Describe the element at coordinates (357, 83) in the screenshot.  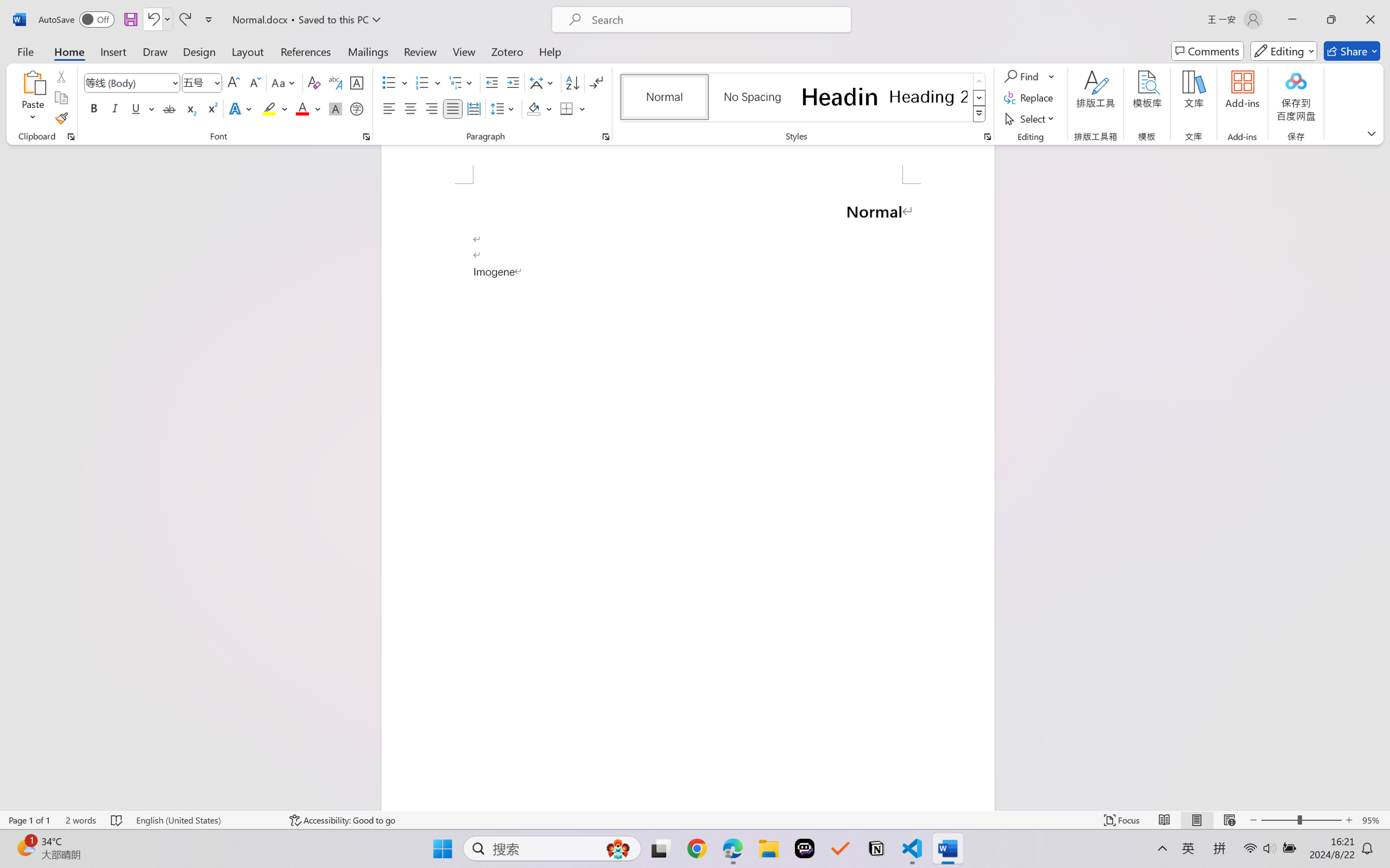
I see `'Character Border'` at that location.